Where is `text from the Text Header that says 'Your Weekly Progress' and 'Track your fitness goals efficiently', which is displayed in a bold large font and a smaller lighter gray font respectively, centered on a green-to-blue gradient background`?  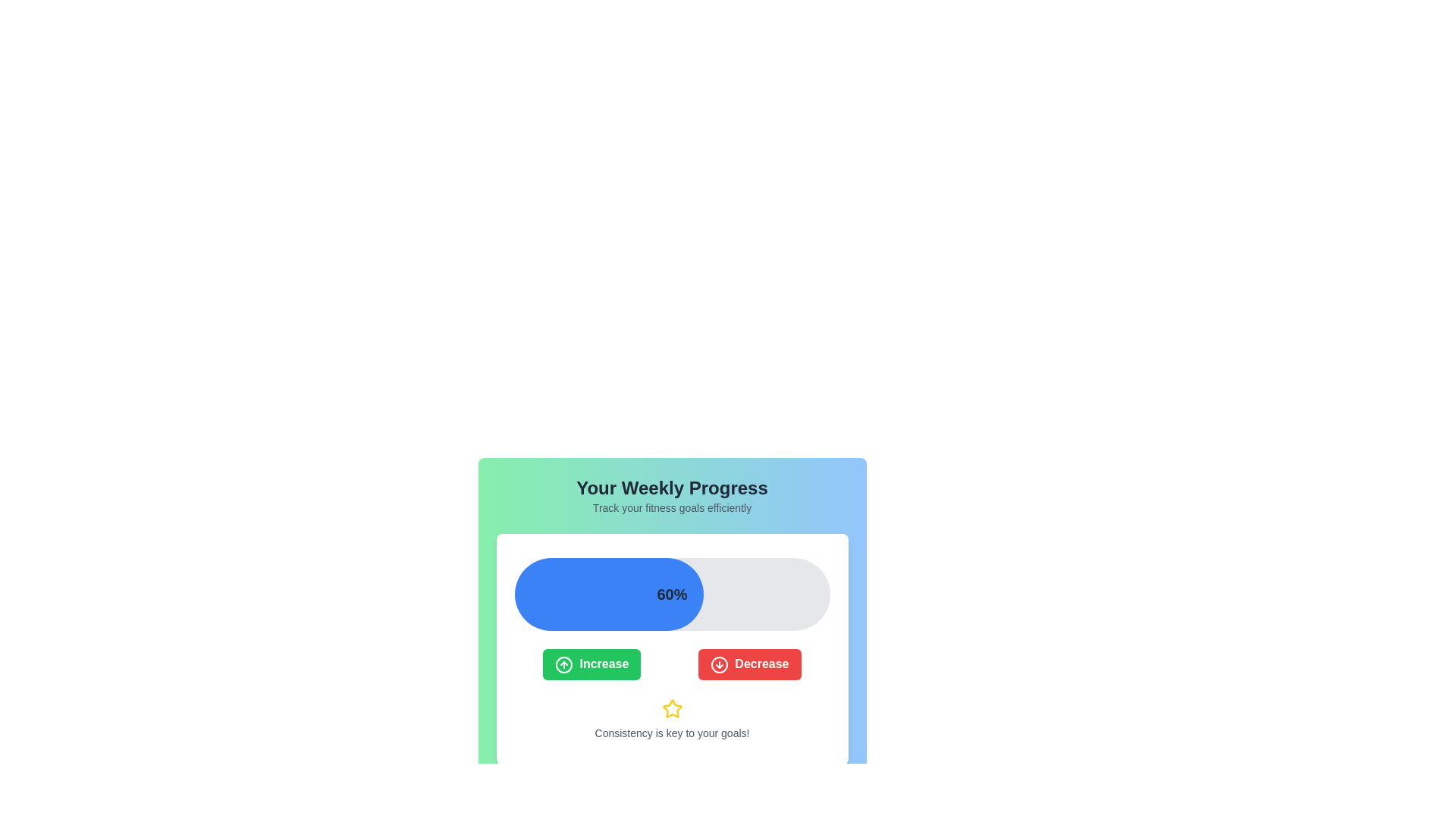
text from the Text Header that says 'Your Weekly Progress' and 'Track your fitness goals efficiently', which is displayed in a bold large font and a smaller lighter gray font respectively, centered on a green-to-blue gradient background is located at coordinates (671, 496).